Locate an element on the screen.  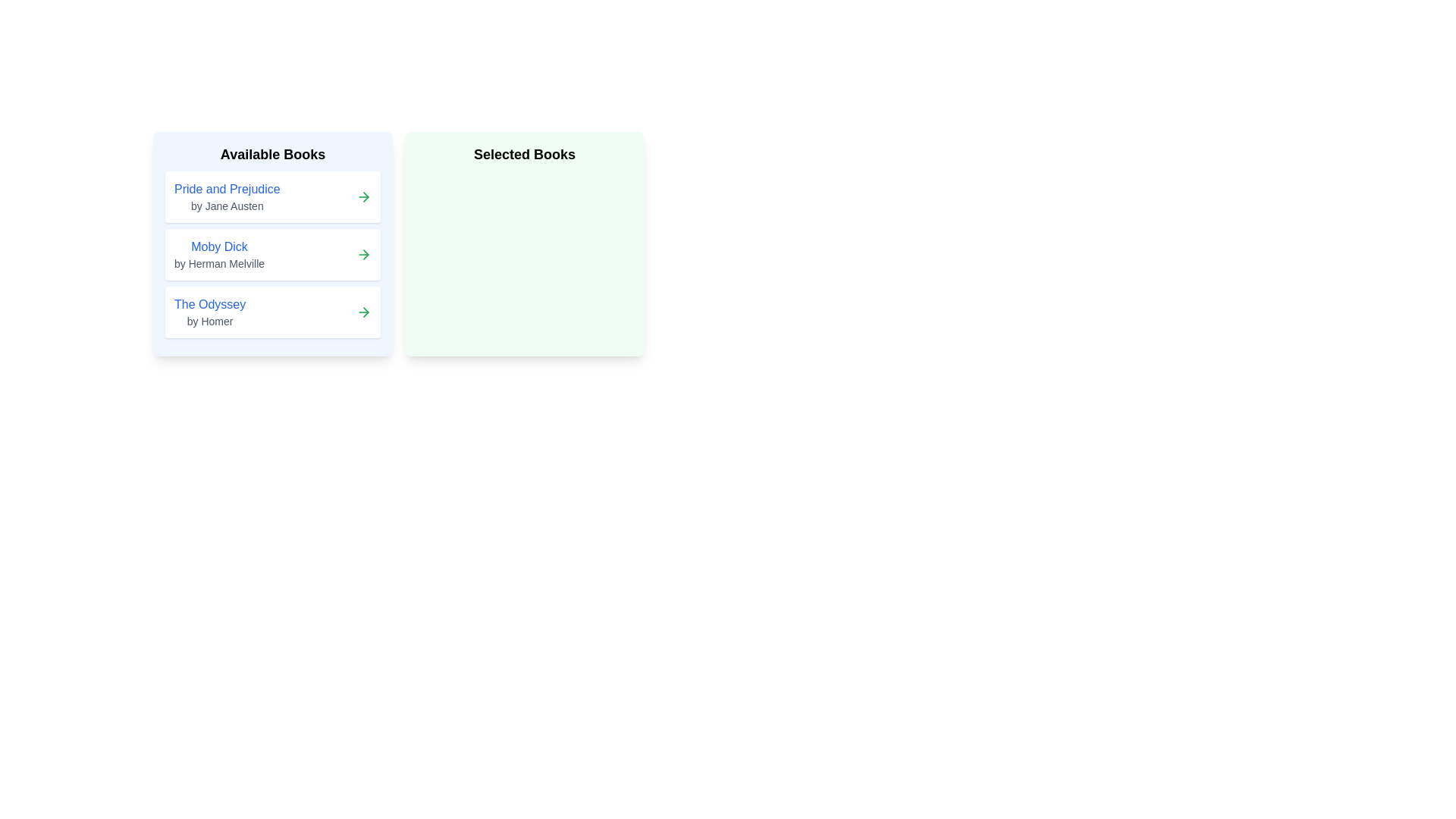
the middle list item displaying the title and author of a book in the 'Available Books' section is located at coordinates (273, 243).